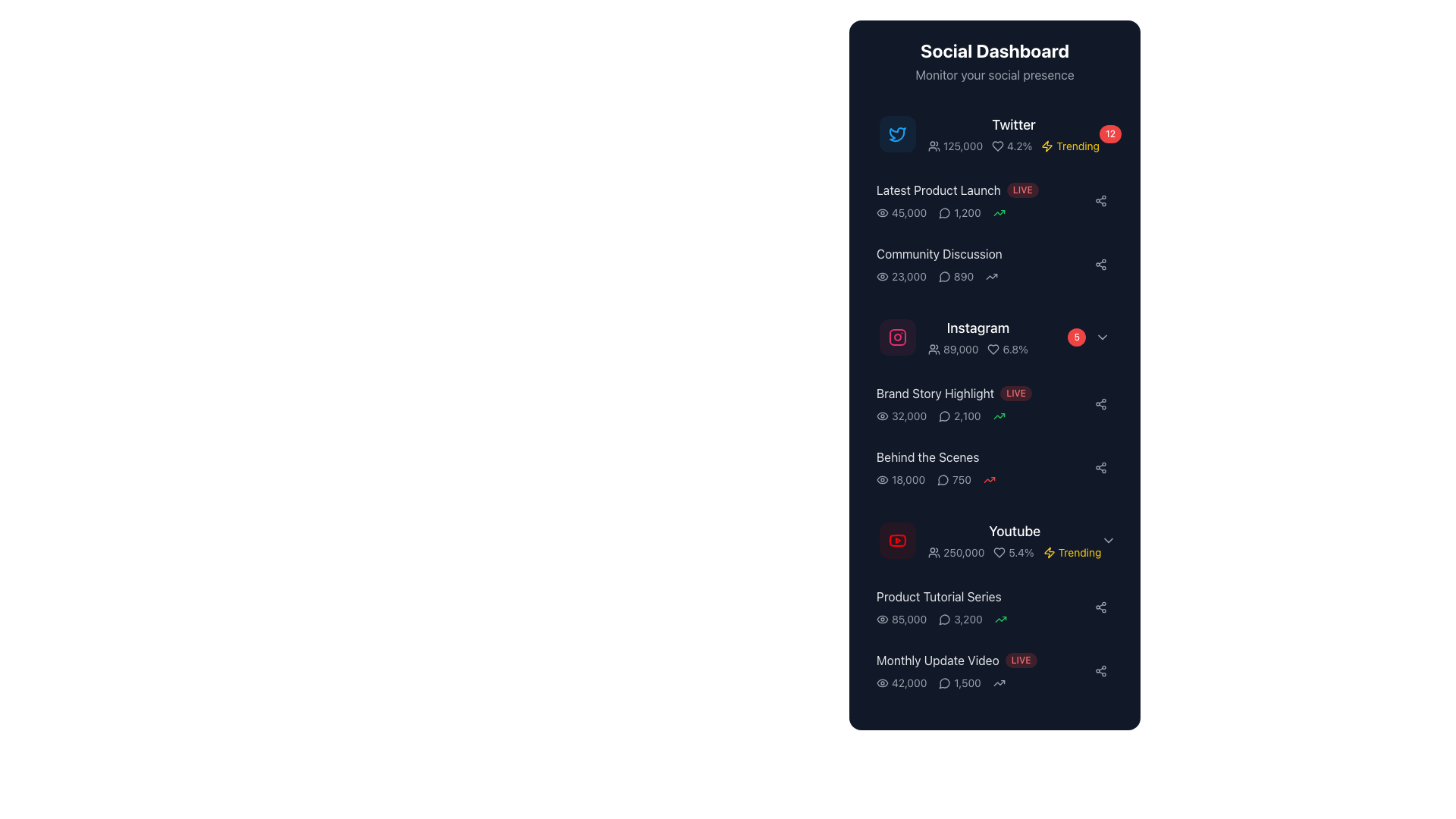  What do you see at coordinates (934, 350) in the screenshot?
I see `the user profile icon located to the left of the text '89,000' in the Instagram row of the Social Dashboard` at bounding box center [934, 350].